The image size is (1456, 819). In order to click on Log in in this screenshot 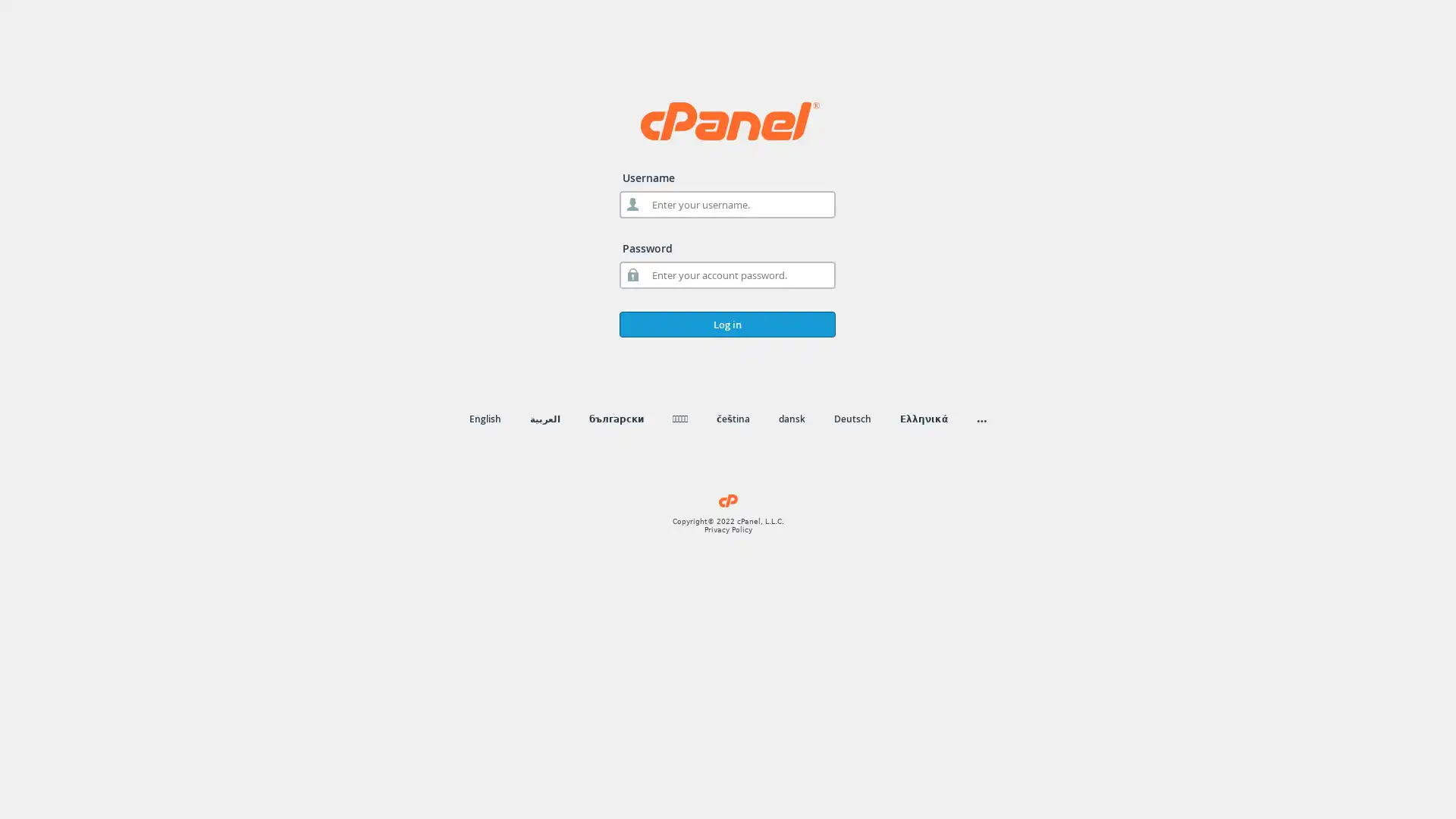, I will do `click(726, 324)`.